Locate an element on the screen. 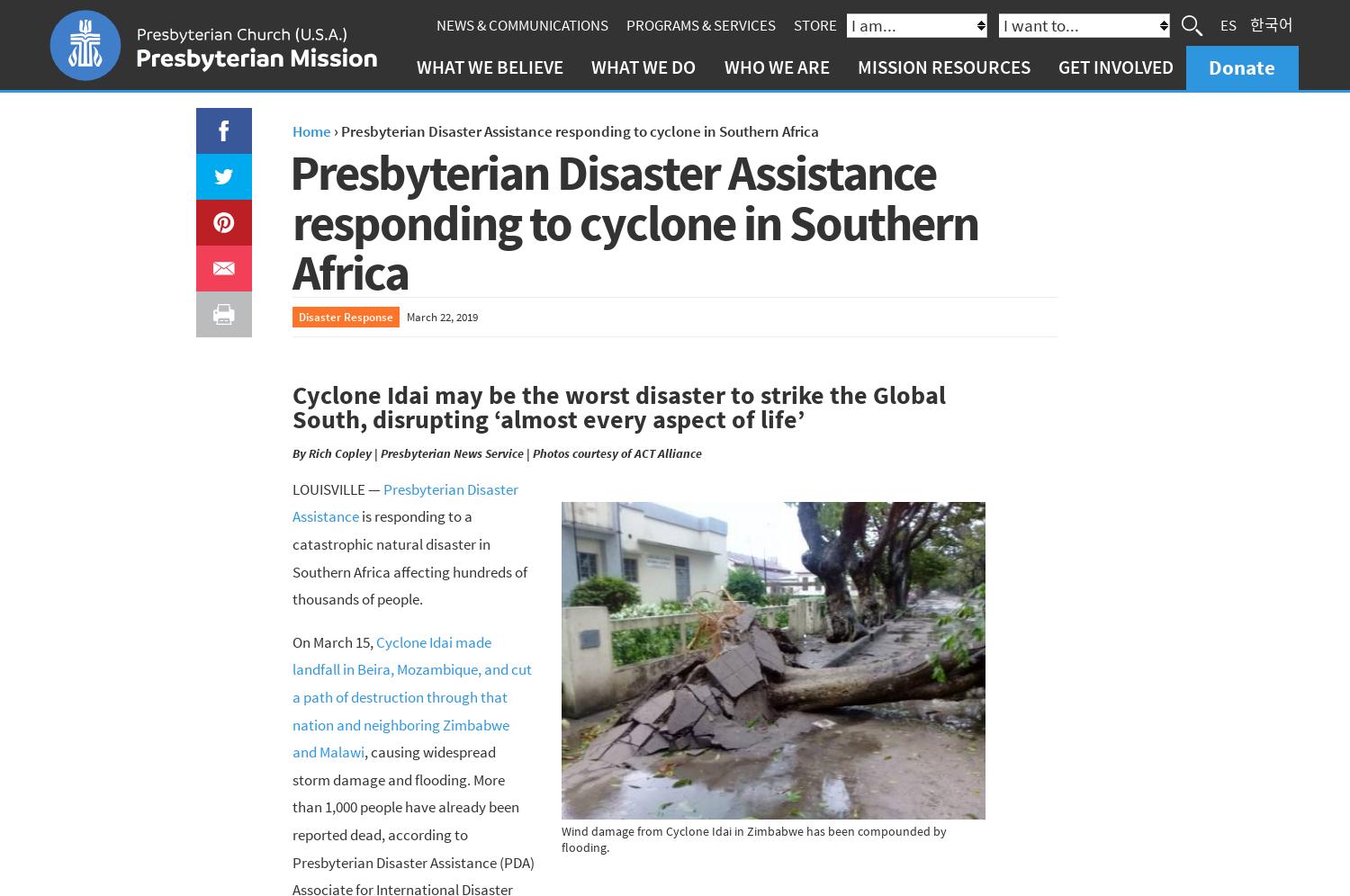 The height and width of the screenshot is (896, 1350). 'By Rich Copley | Presbyterian News Service | Photos courtesy of ACT Alliance' is located at coordinates (497, 452).